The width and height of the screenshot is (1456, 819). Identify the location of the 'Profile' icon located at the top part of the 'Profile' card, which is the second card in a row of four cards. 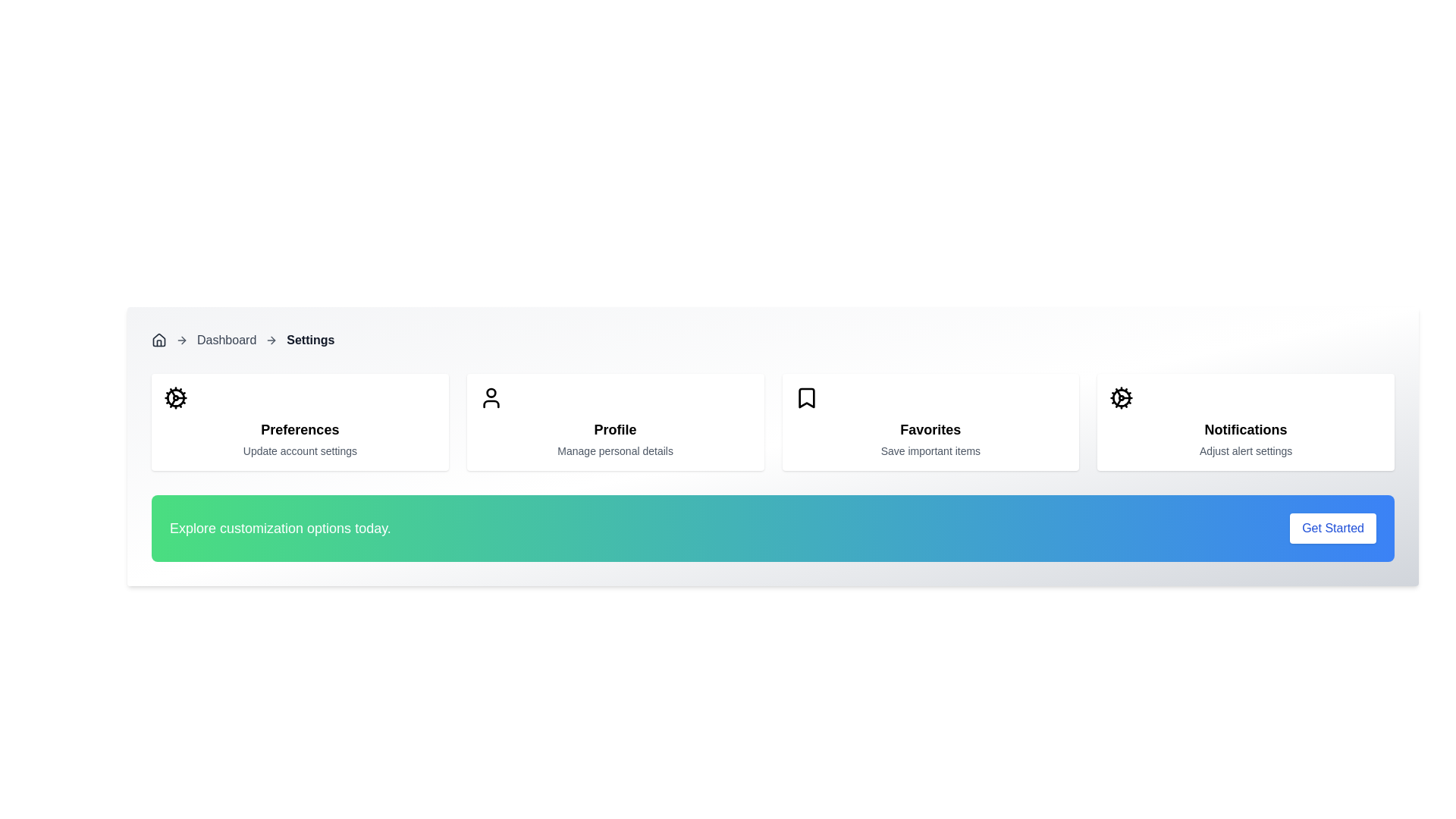
(491, 397).